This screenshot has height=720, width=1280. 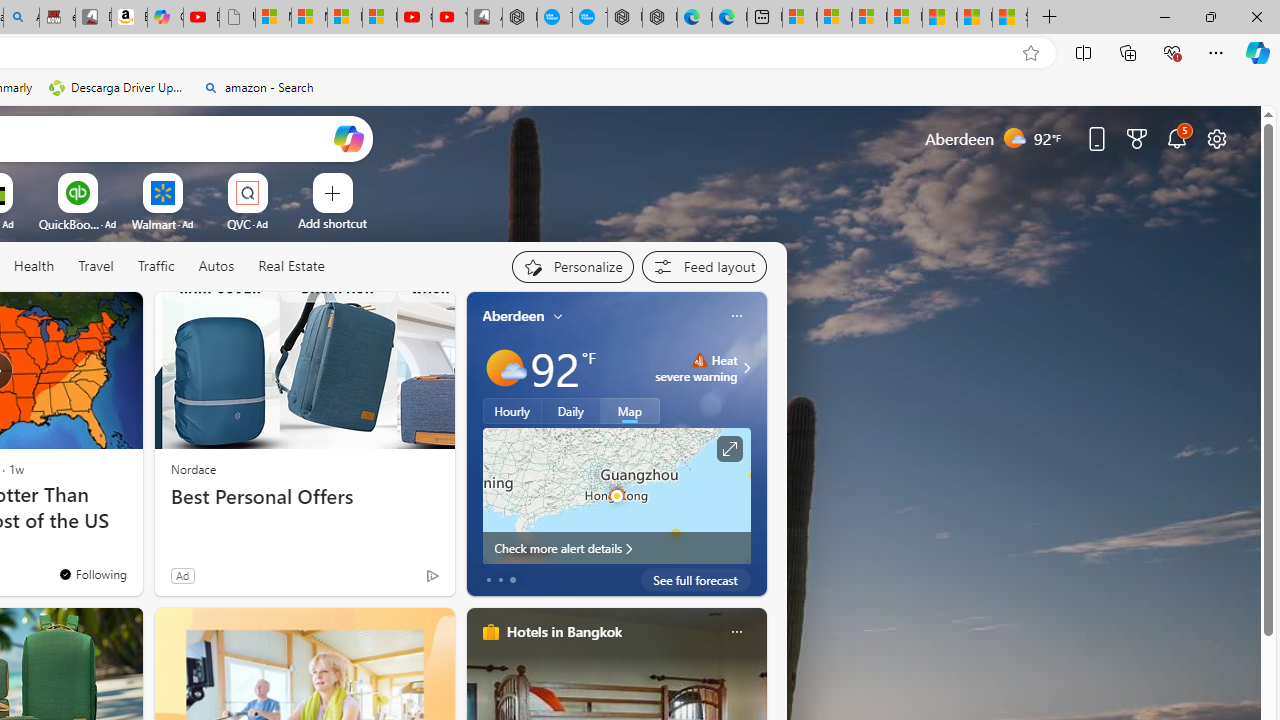 I want to click on 'Mostly sunny', so click(x=504, y=368).